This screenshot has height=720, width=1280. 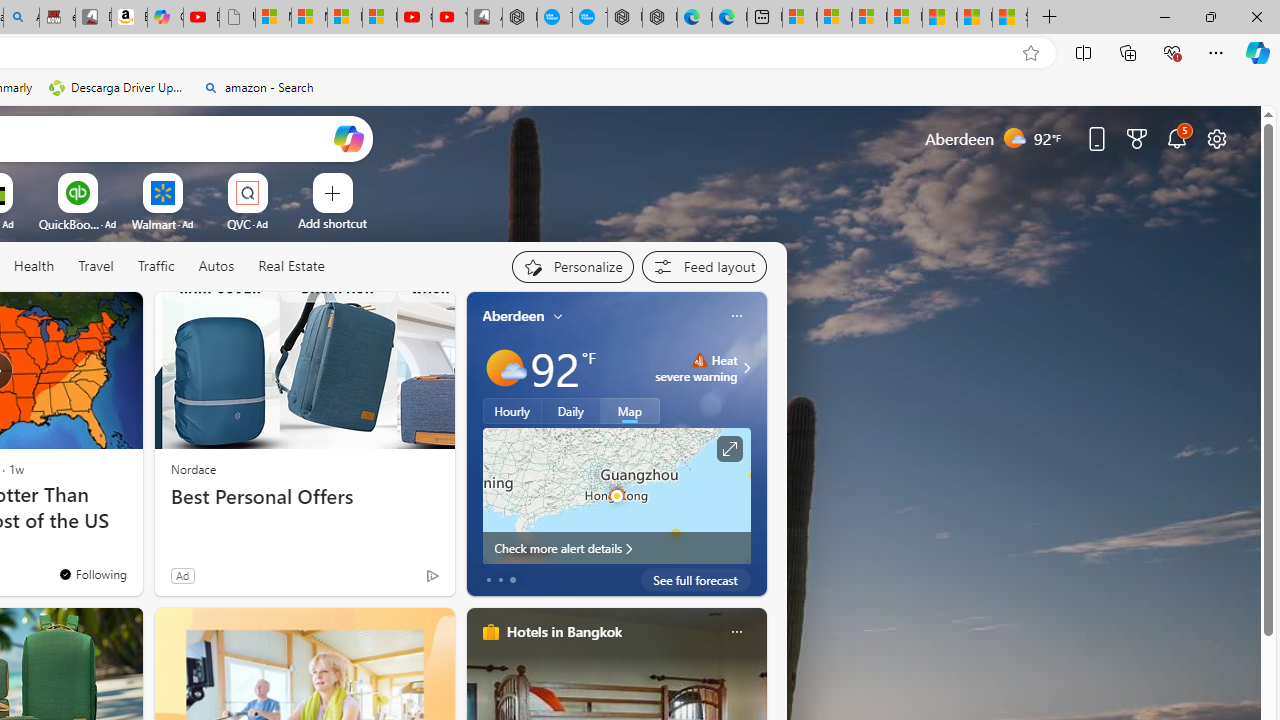 I want to click on 'Mostly sunny', so click(x=504, y=368).